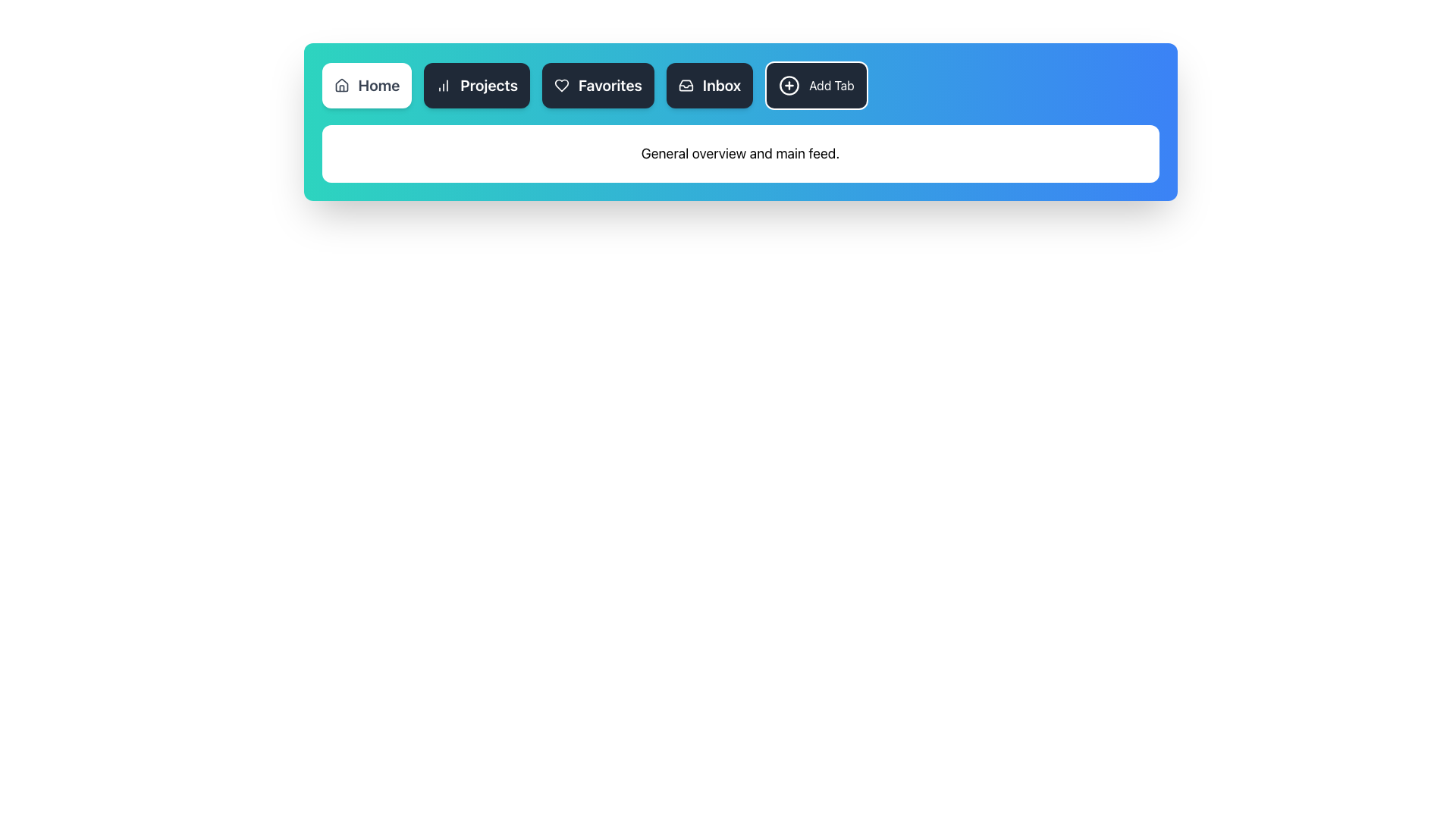  I want to click on the navigation button for 'Projects' located in the horizontal navigation bar, positioned between the 'Home' button and the 'Favorites' button, so click(476, 85).